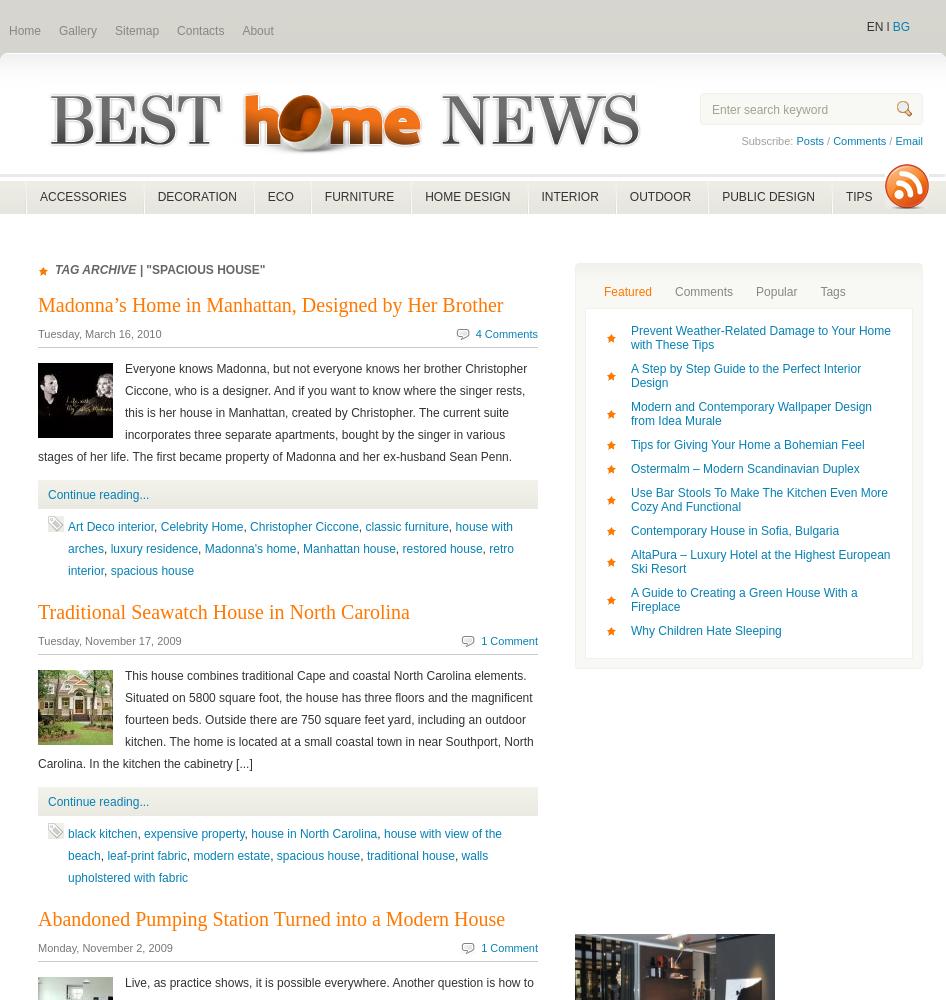 The image size is (946, 1000). What do you see at coordinates (758, 500) in the screenshot?
I see `'Use Bar Stools To Make The Kitchen Even More Cozy And Functional'` at bounding box center [758, 500].